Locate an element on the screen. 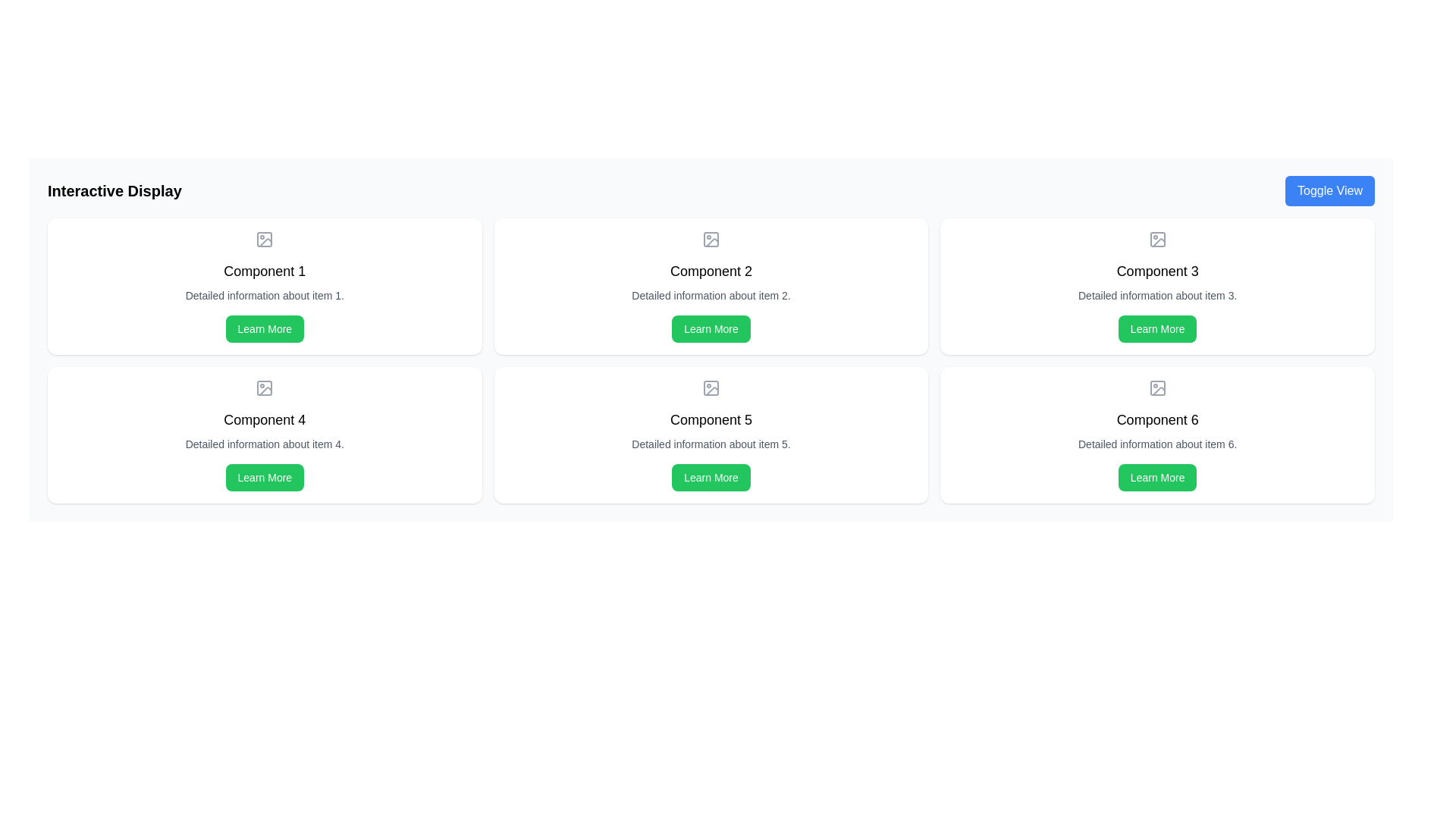  the button located at the bottom-center of the card labeled 'Component 5' is located at coordinates (710, 476).